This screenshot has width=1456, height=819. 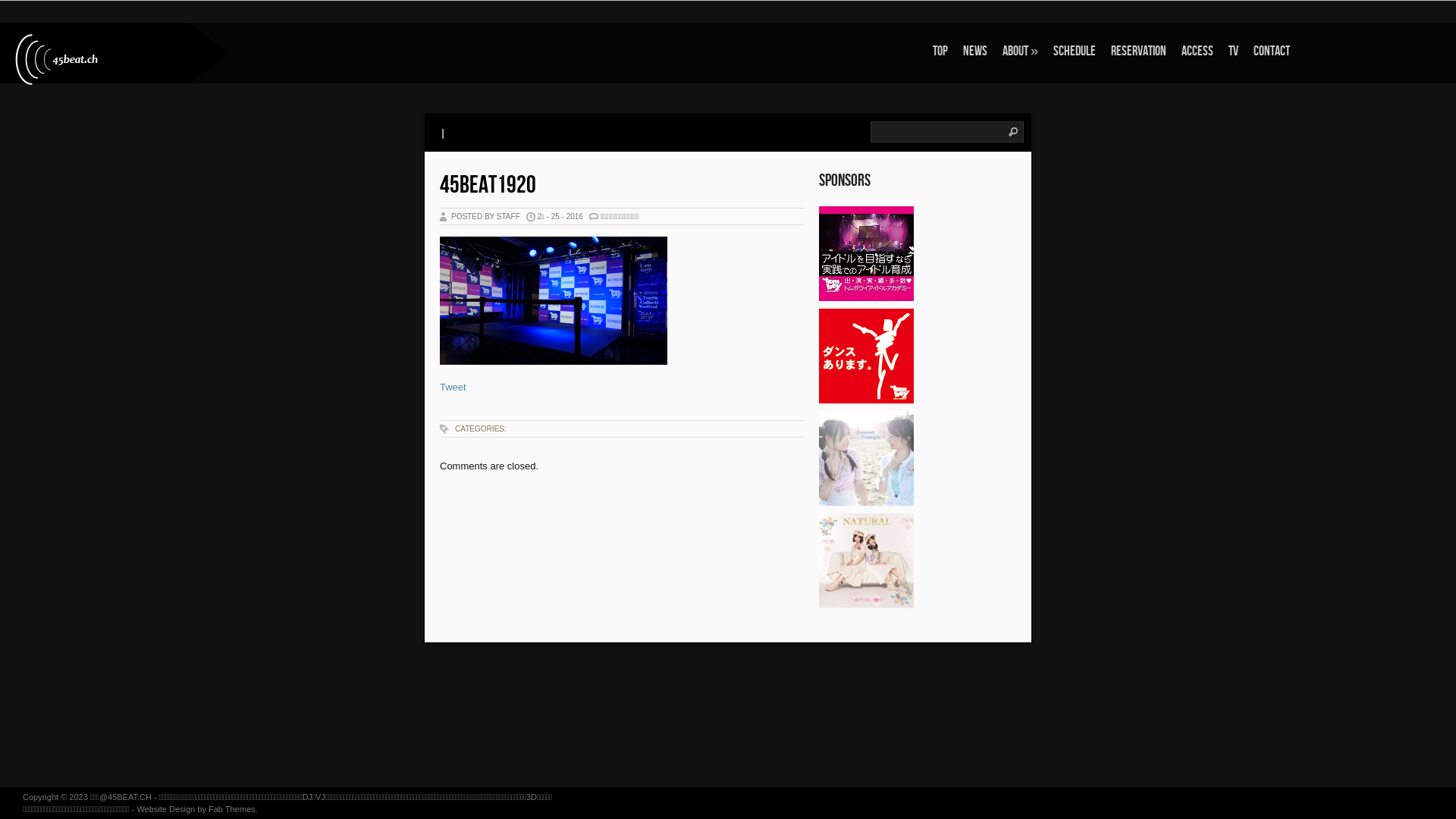 I want to click on 'CONTACT', so click(x=1245, y=50).